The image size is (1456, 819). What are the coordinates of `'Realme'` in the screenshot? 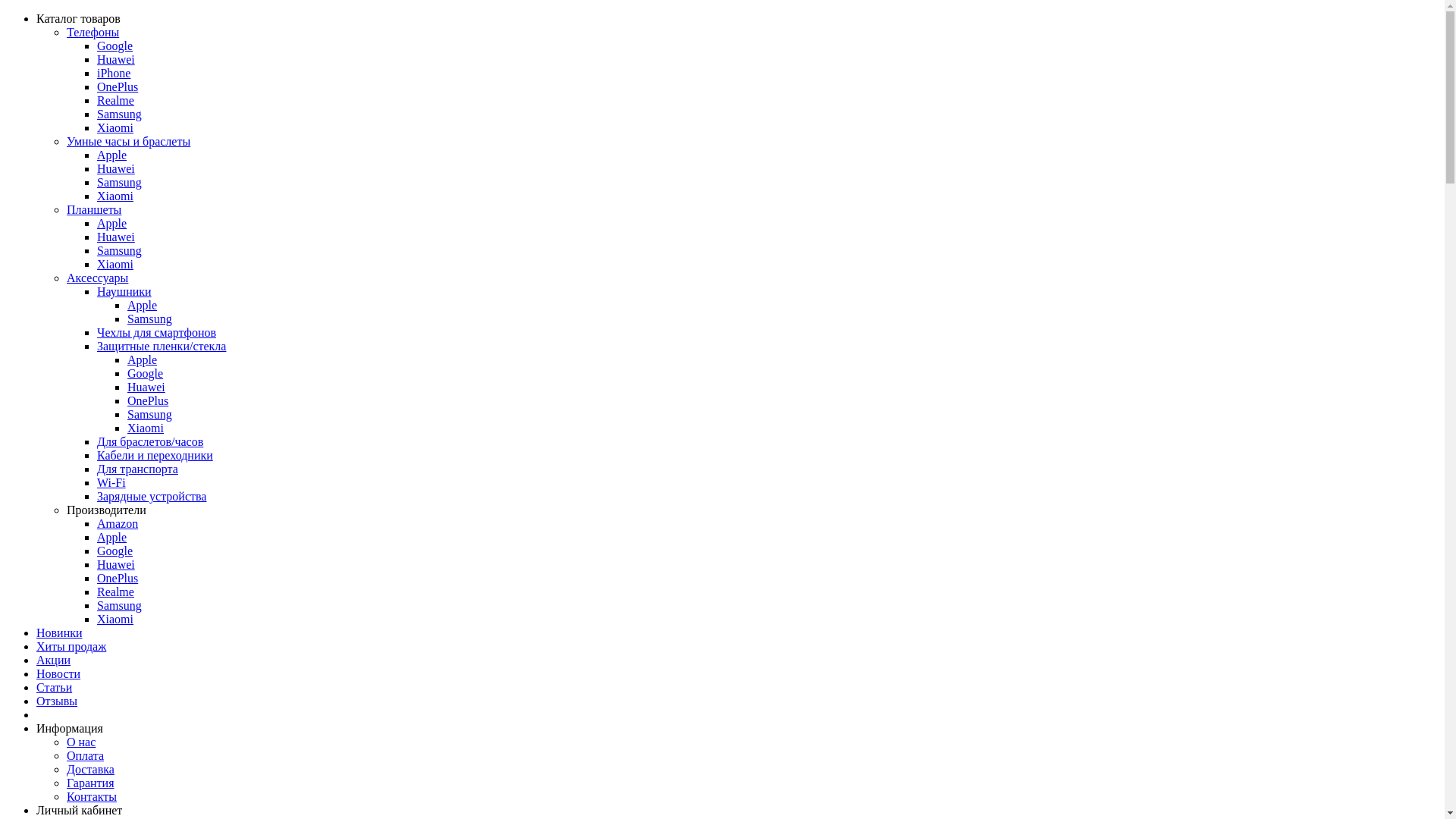 It's located at (115, 100).